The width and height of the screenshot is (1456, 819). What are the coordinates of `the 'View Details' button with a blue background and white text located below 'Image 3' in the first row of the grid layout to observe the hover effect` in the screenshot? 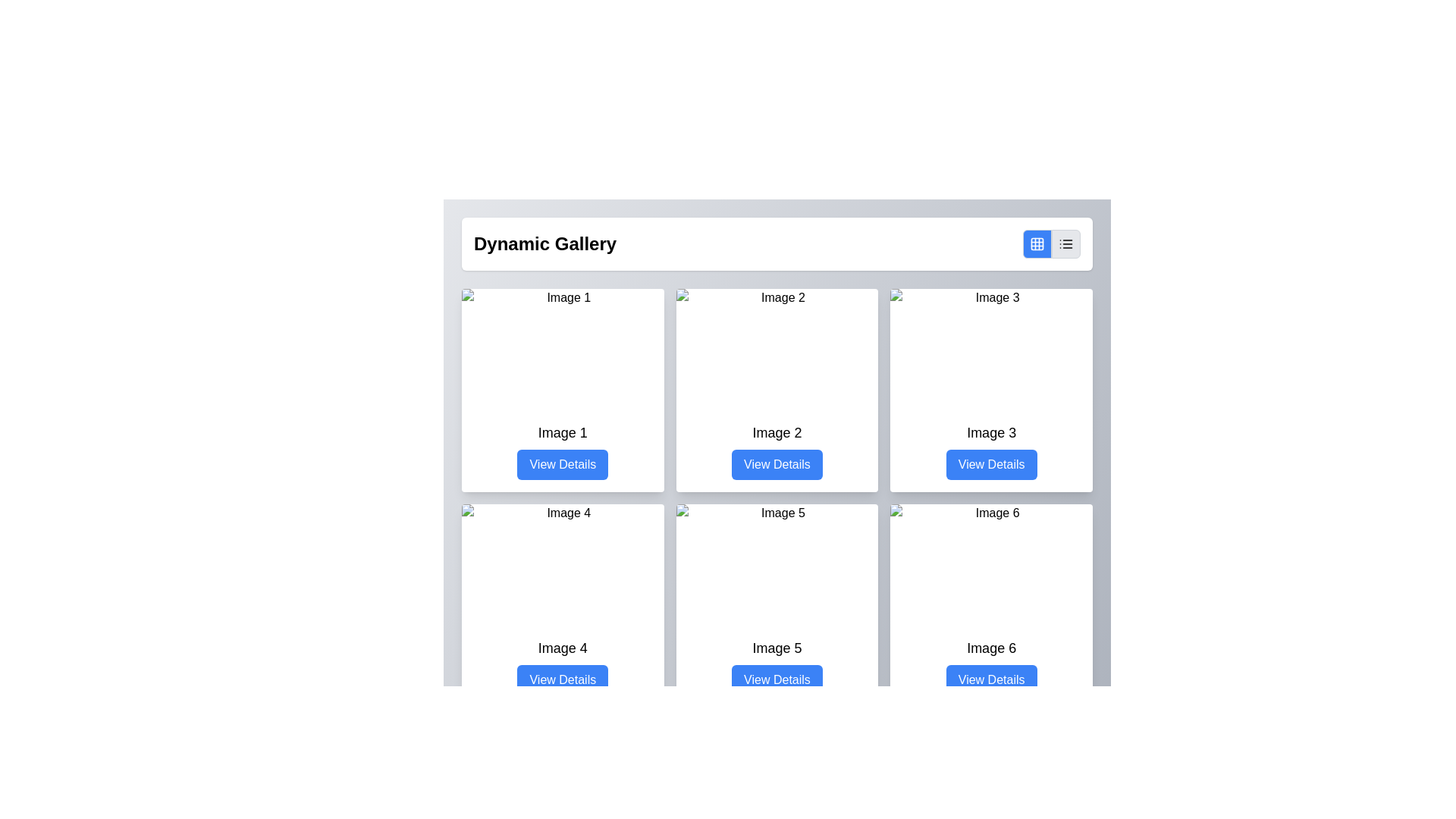 It's located at (991, 464).